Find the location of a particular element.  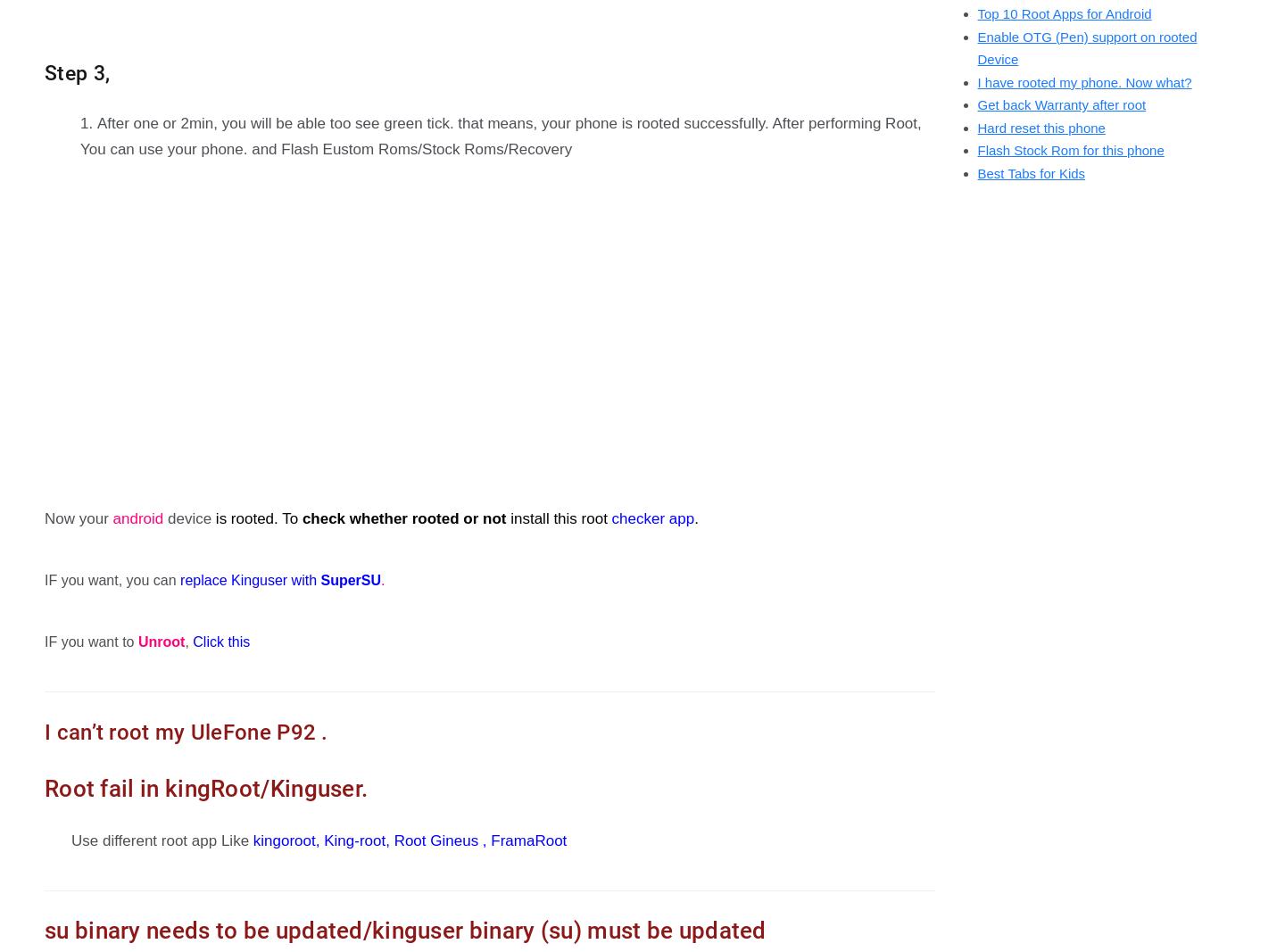

'FramaRoot' is located at coordinates (528, 840).